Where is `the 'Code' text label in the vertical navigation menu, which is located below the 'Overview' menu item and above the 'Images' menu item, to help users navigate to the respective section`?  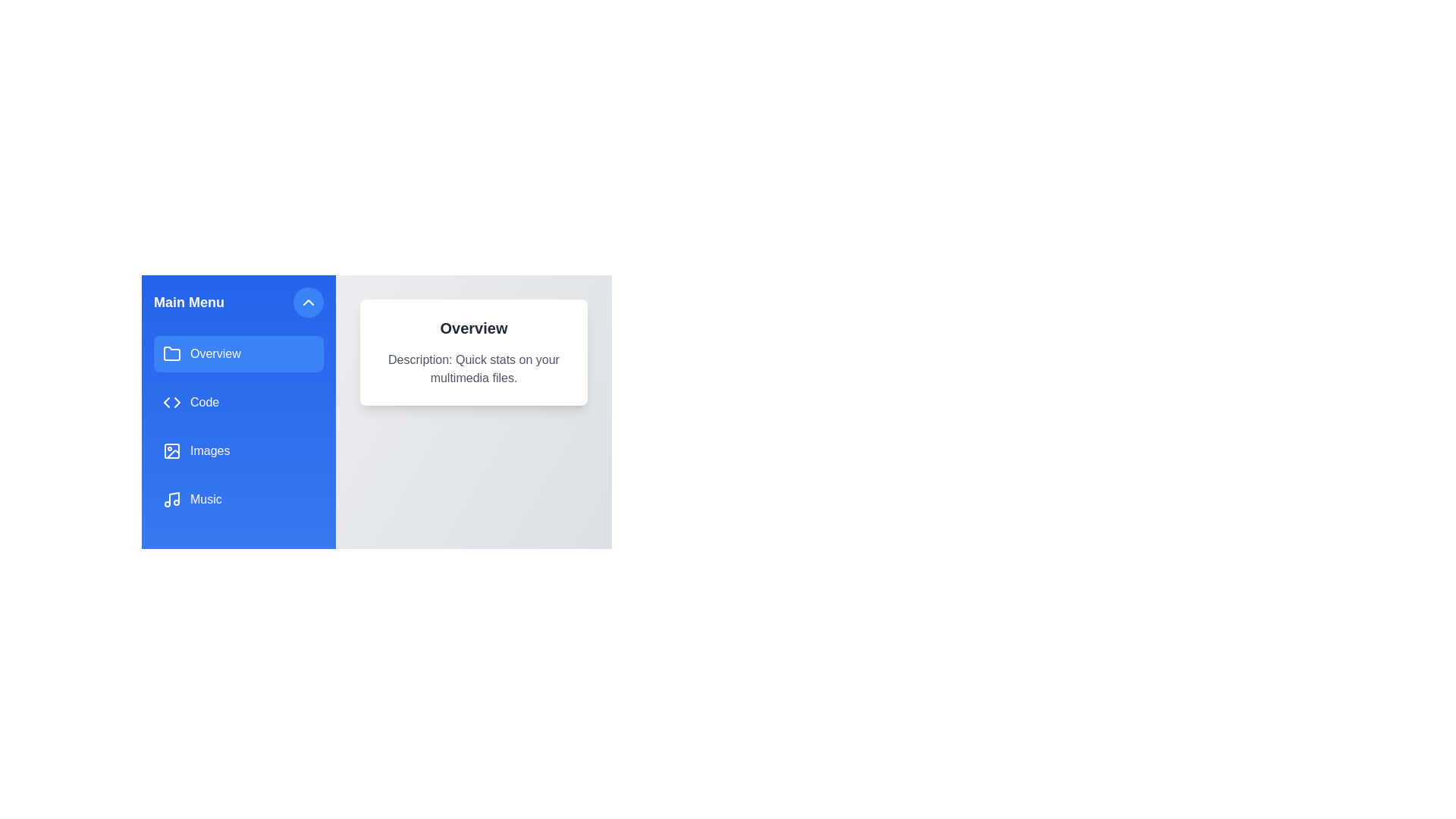
the 'Code' text label in the vertical navigation menu, which is located below the 'Overview' menu item and above the 'Images' menu item, to help users navigate to the respective section is located at coordinates (204, 402).